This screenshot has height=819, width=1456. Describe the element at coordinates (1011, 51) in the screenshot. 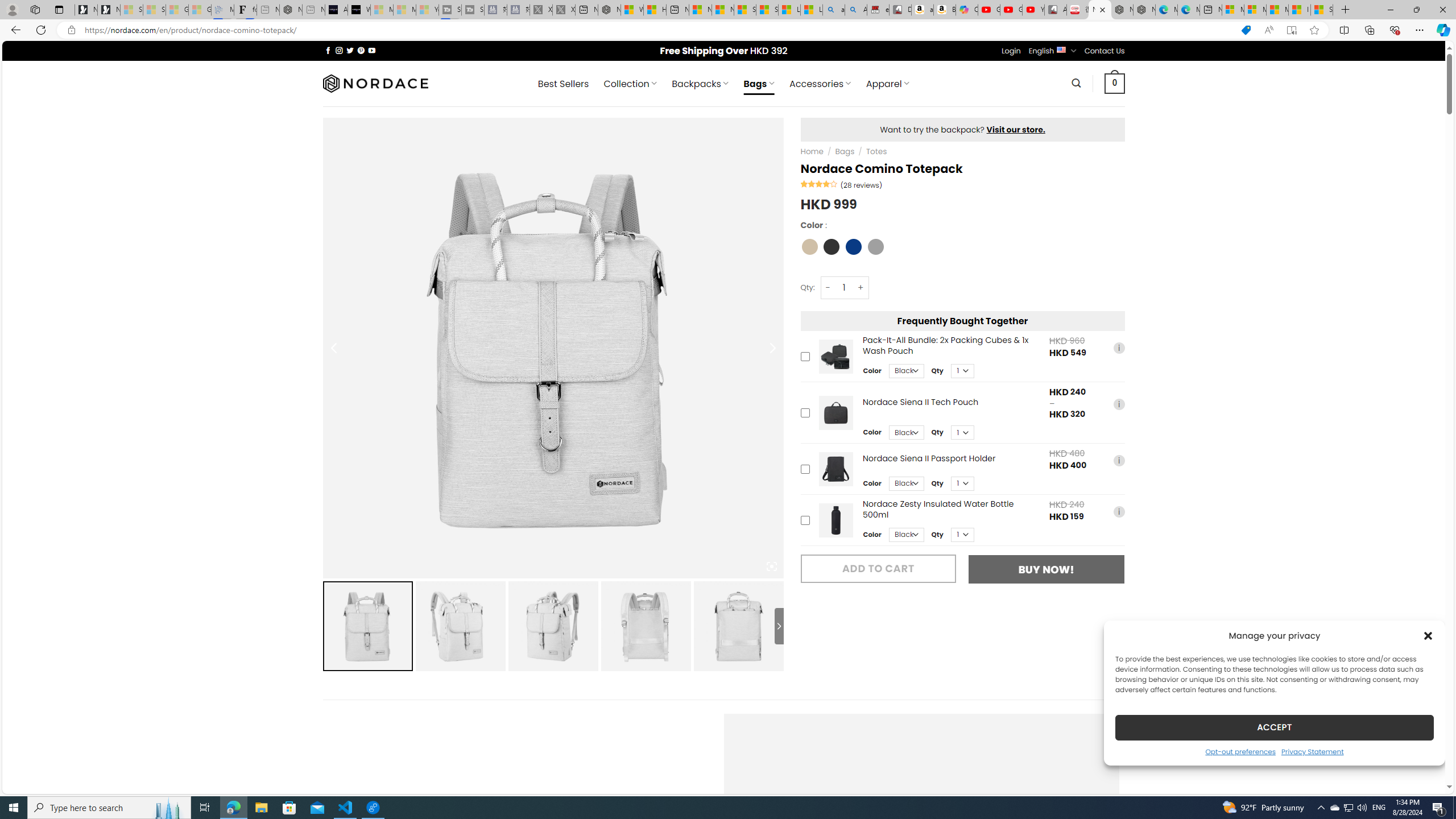

I see `'Login'` at that location.